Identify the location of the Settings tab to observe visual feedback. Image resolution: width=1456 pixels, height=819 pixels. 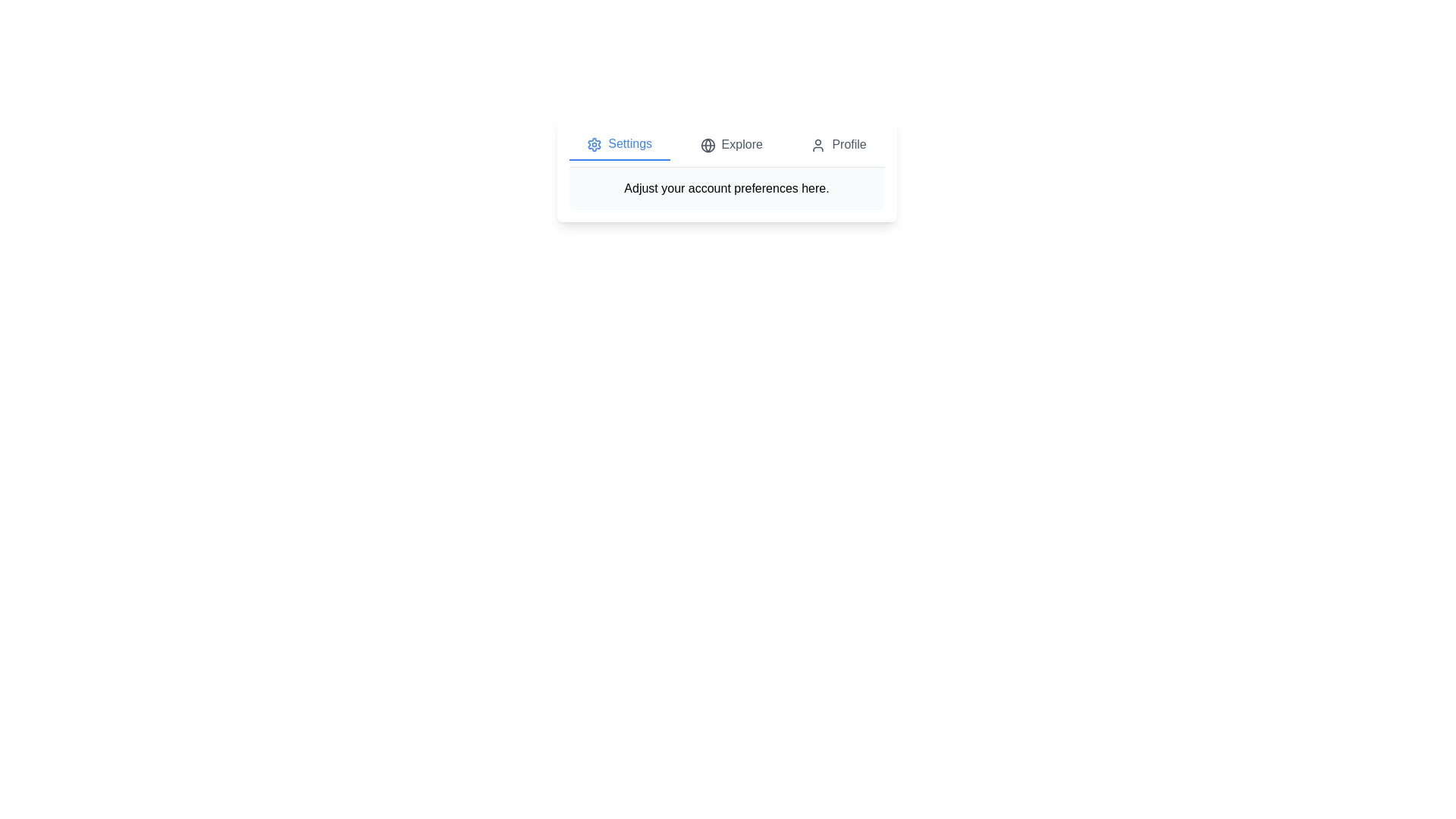
(619, 145).